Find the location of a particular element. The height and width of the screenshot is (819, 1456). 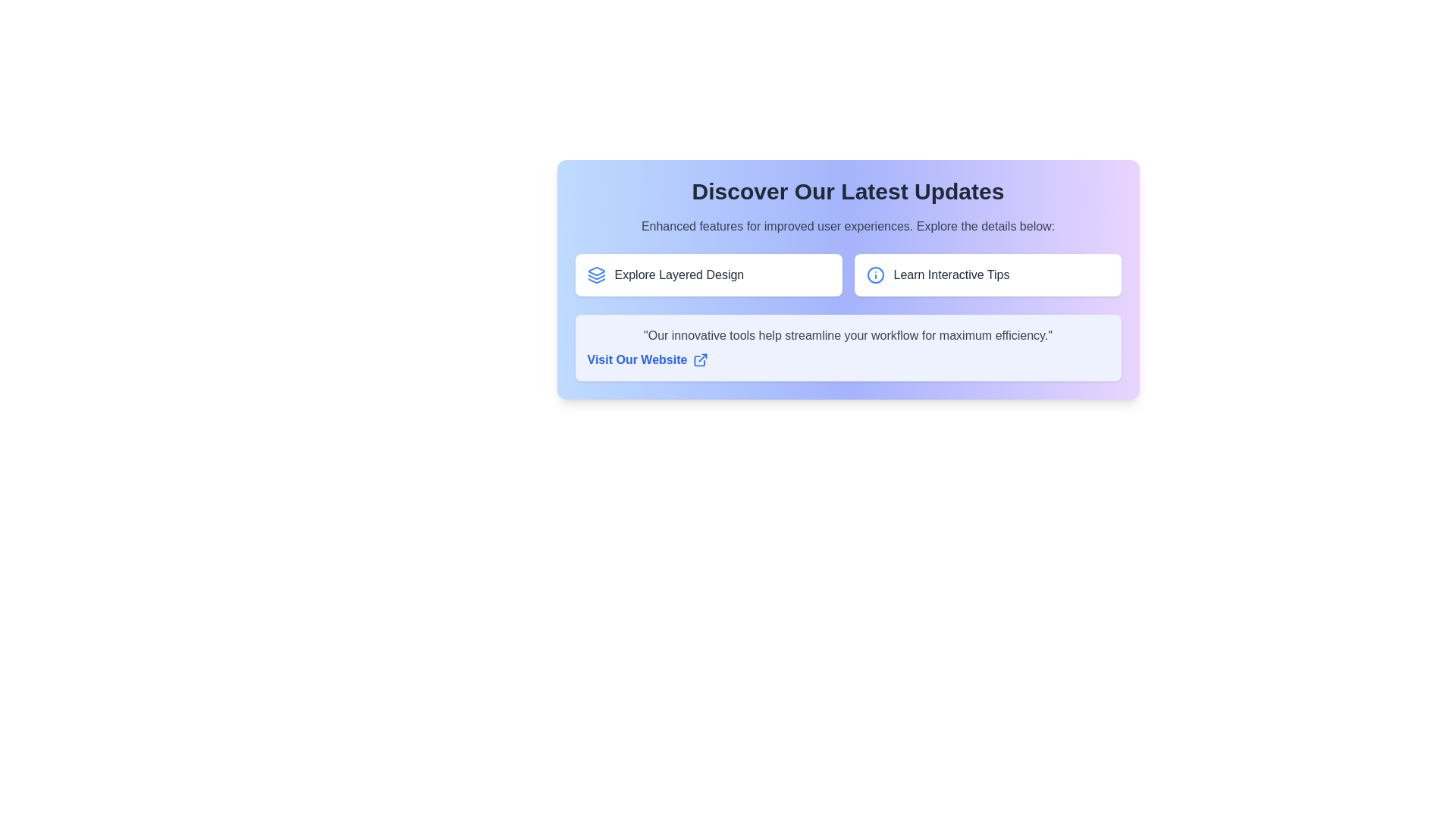

the small blue layered square icon located to the far left of the 'Explore Layered Design' button within the card panel is located at coordinates (595, 275).